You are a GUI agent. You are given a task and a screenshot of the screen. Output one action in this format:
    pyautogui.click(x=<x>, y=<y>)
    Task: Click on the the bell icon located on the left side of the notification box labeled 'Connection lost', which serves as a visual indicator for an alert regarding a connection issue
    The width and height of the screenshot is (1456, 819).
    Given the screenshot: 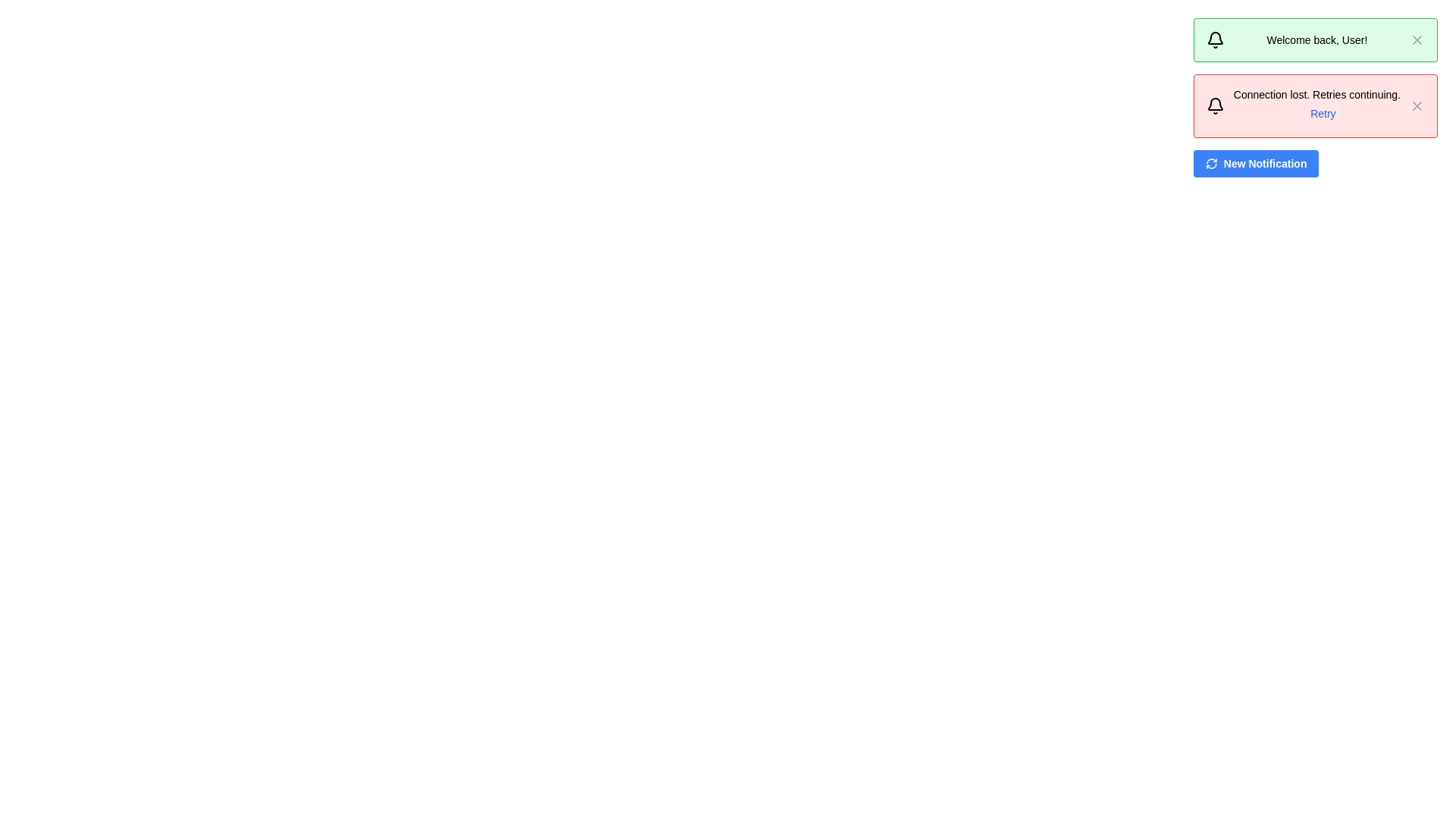 What is the action you would take?
    pyautogui.click(x=1215, y=105)
    